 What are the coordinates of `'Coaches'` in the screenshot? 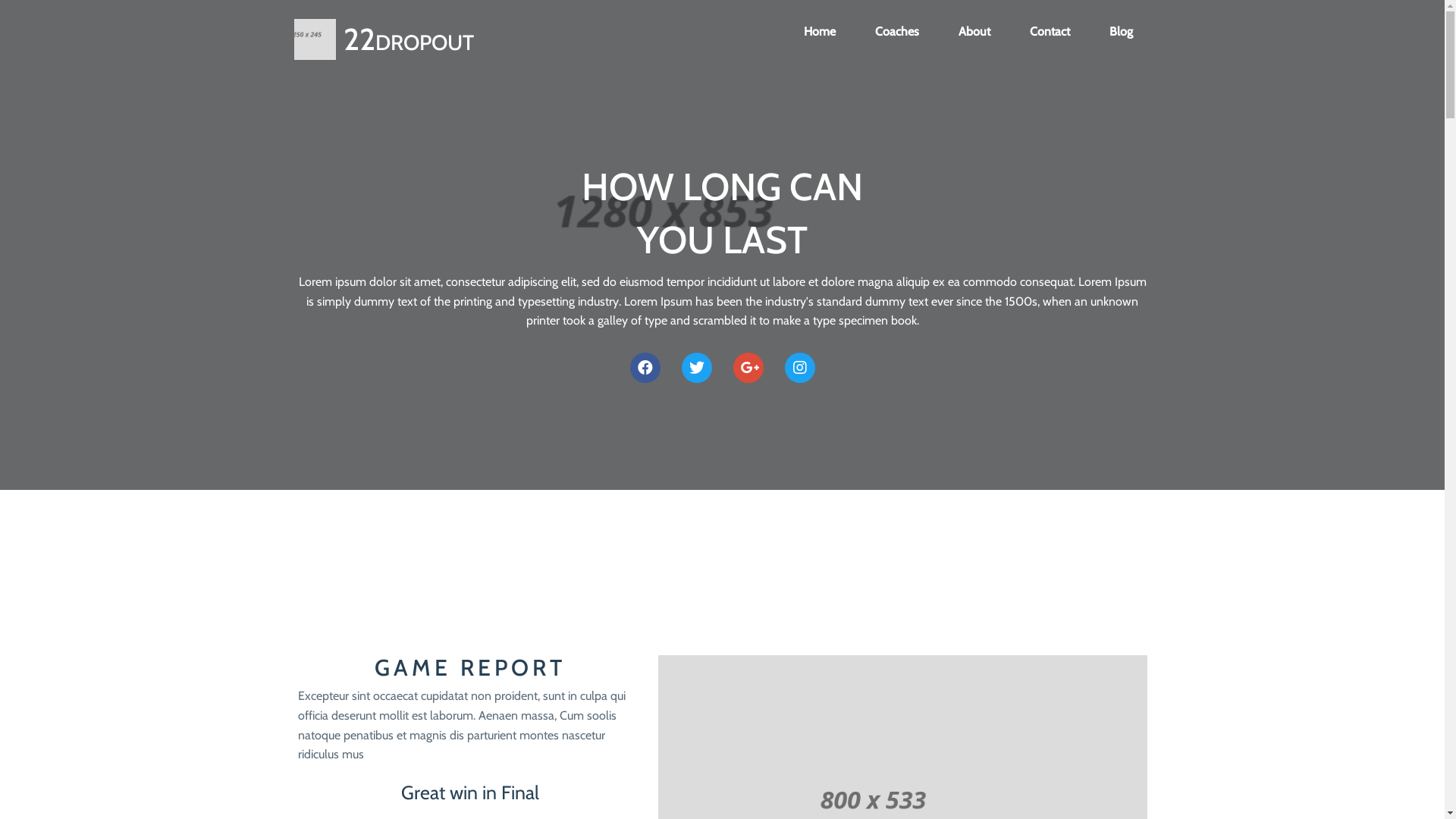 It's located at (896, 32).